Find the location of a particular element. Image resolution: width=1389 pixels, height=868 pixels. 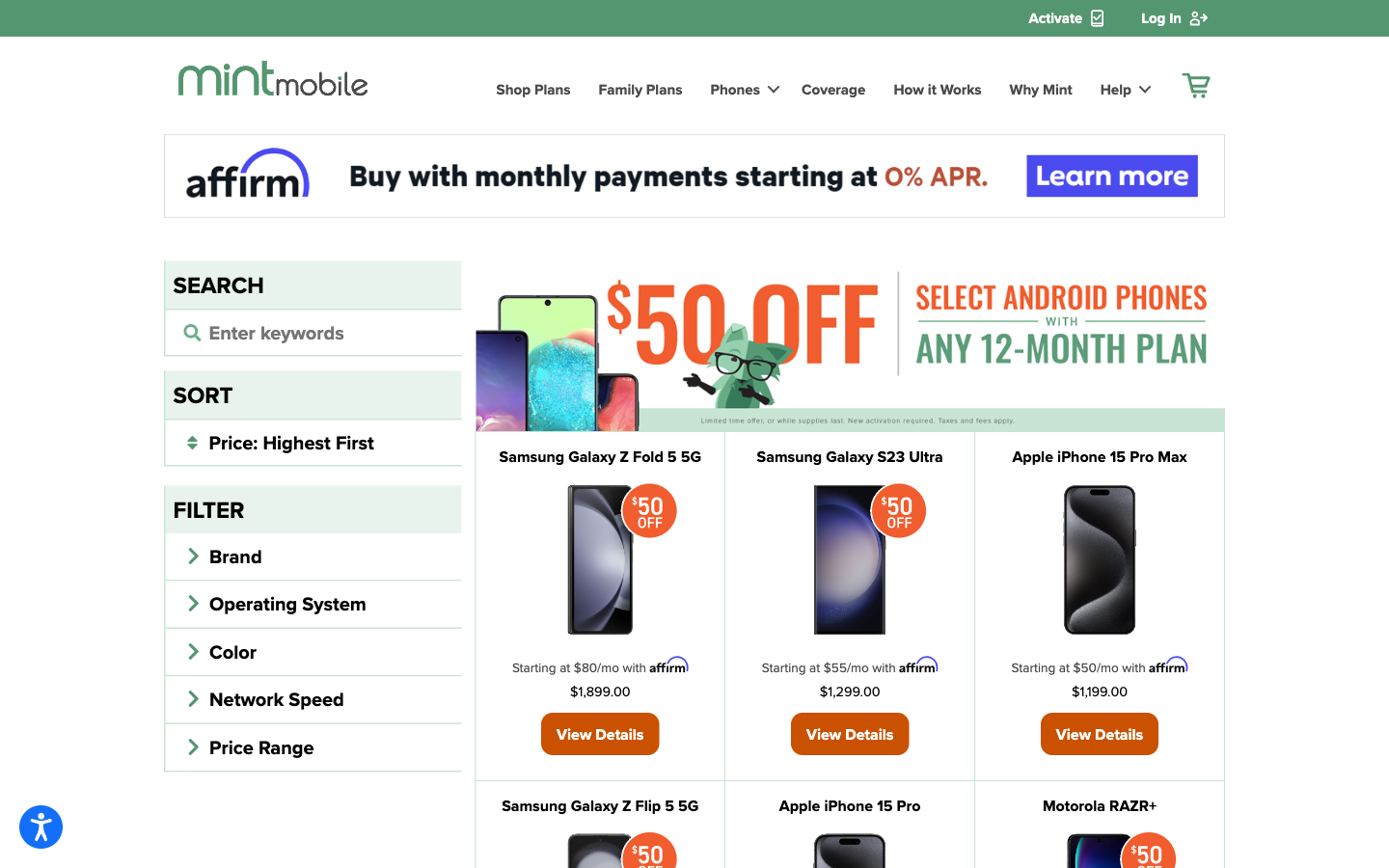

View Details of Motorola RAZR+ is located at coordinates (1099, 805).